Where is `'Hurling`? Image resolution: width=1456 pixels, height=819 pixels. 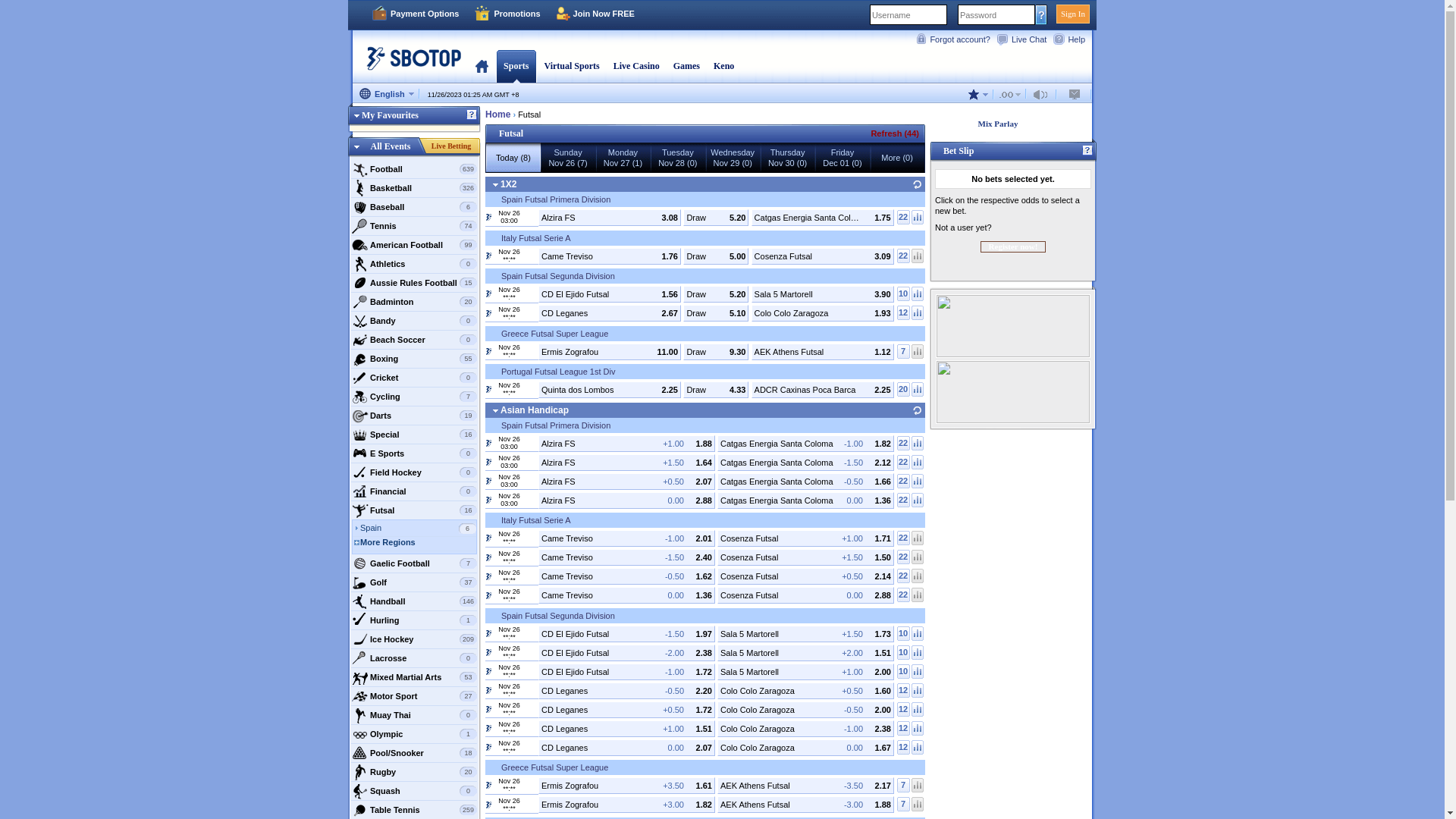
'Hurling is located at coordinates (350, 620).